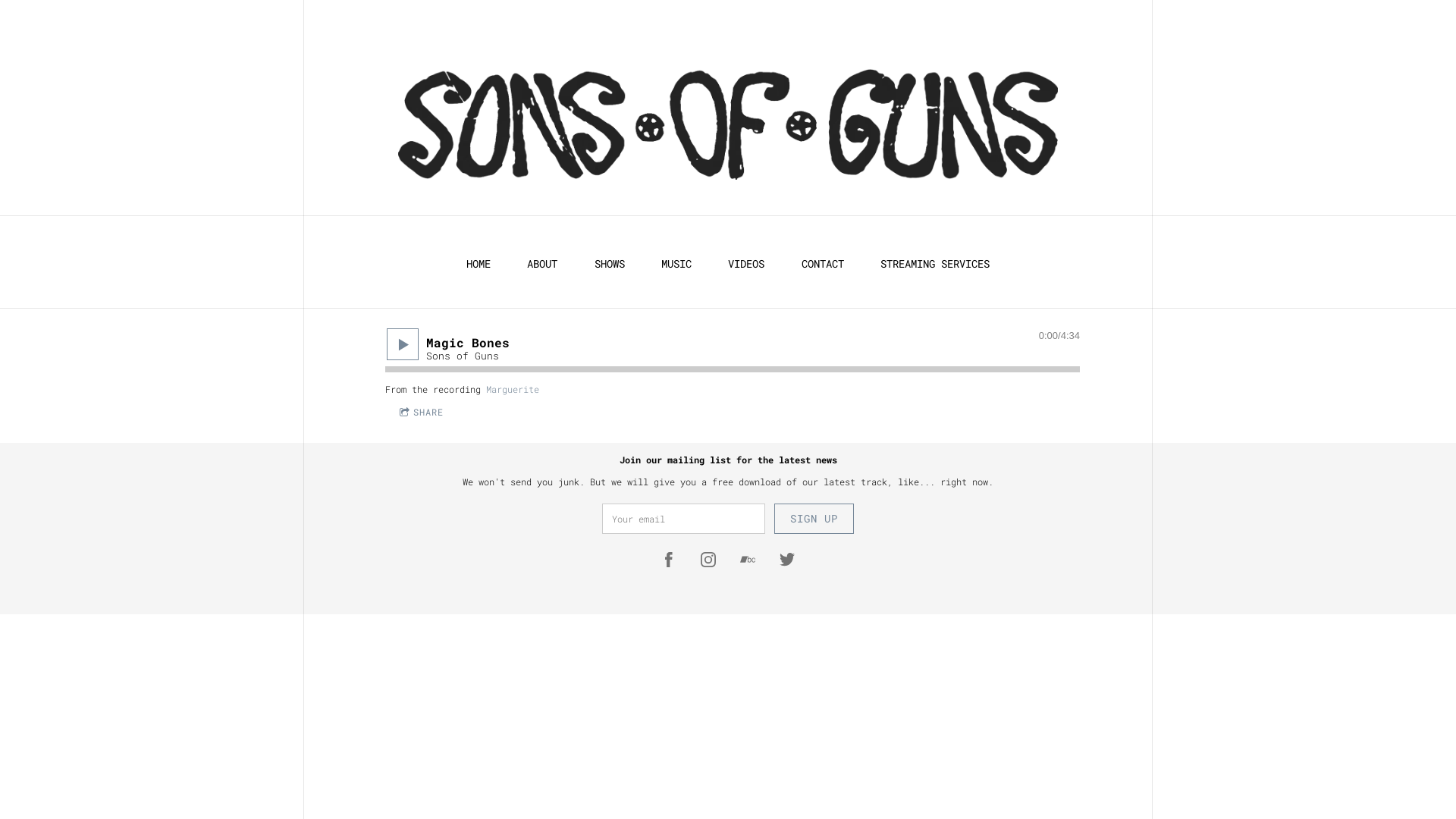 The width and height of the screenshot is (1456, 819). What do you see at coordinates (813, 517) in the screenshot?
I see `'SIGN UP'` at bounding box center [813, 517].